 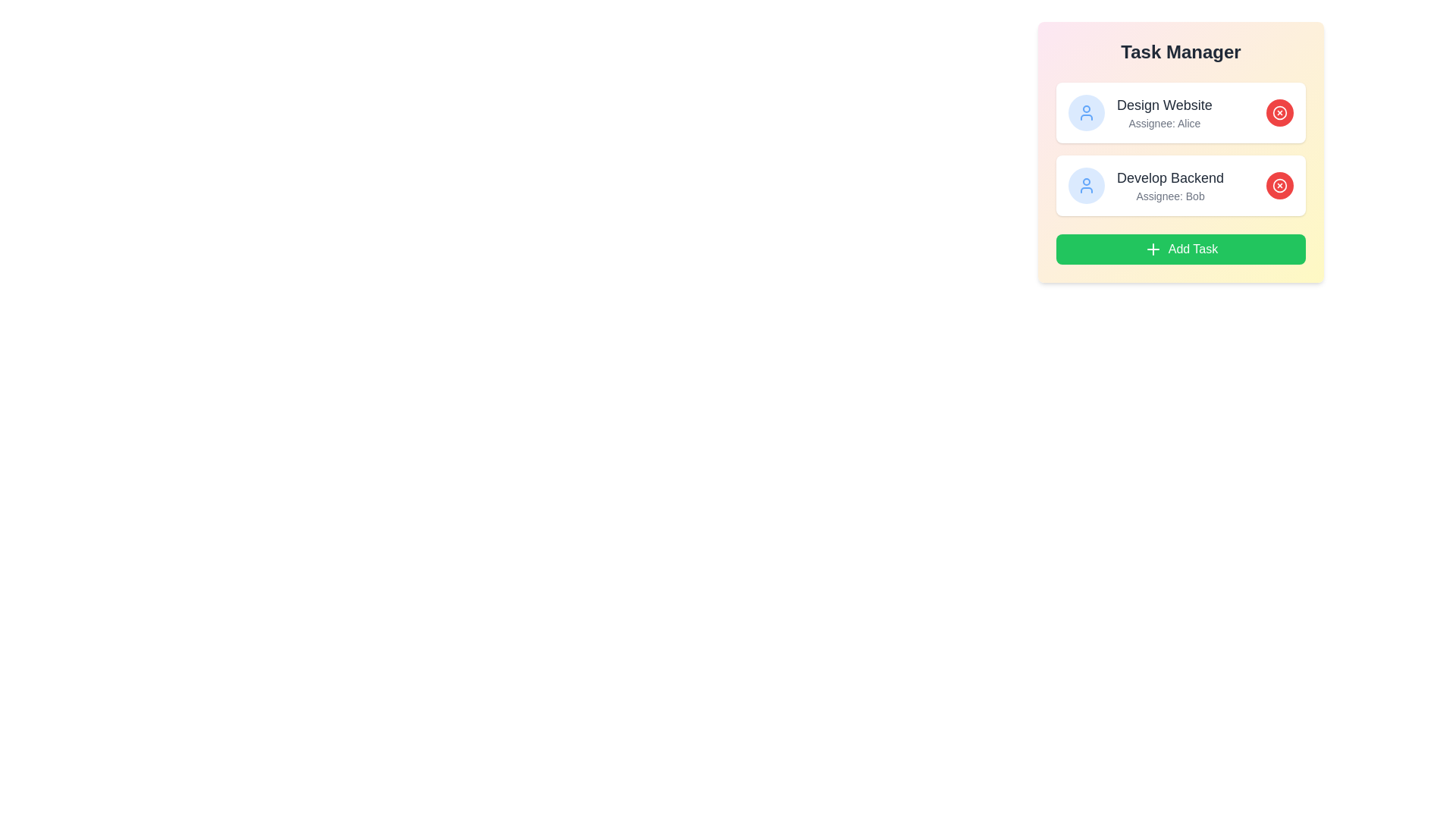 I want to click on the user profile silhouette SVG icon, filled with blue color, located left of the task title in the second task item 'Develop Backend', so click(x=1086, y=112).